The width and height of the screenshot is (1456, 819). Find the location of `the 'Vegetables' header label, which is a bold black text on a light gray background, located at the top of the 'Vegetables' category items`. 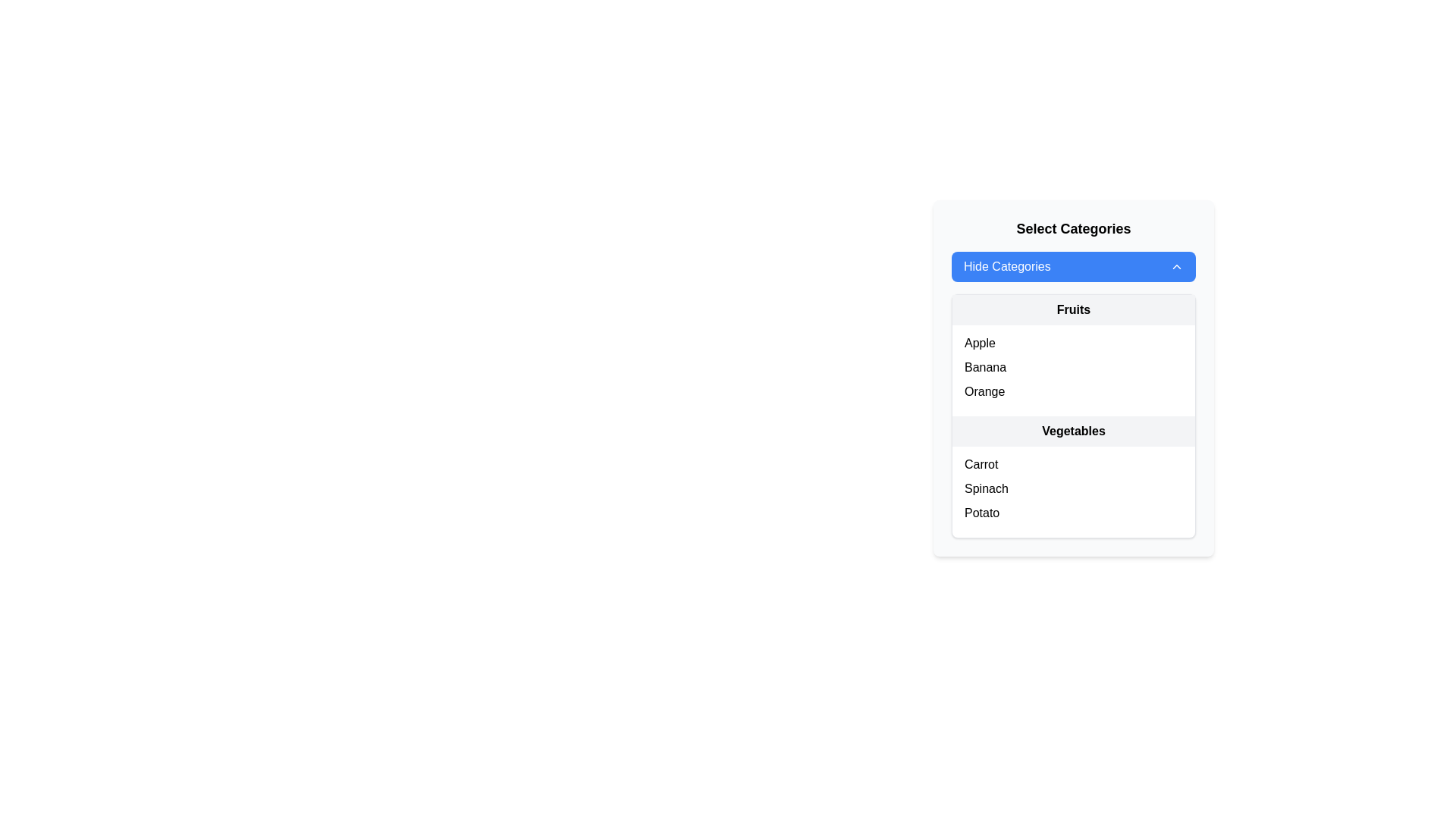

the 'Vegetables' header label, which is a bold black text on a light gray background, located at the top of the 'Vegetables' category items is located at coordinates (1073, 431).